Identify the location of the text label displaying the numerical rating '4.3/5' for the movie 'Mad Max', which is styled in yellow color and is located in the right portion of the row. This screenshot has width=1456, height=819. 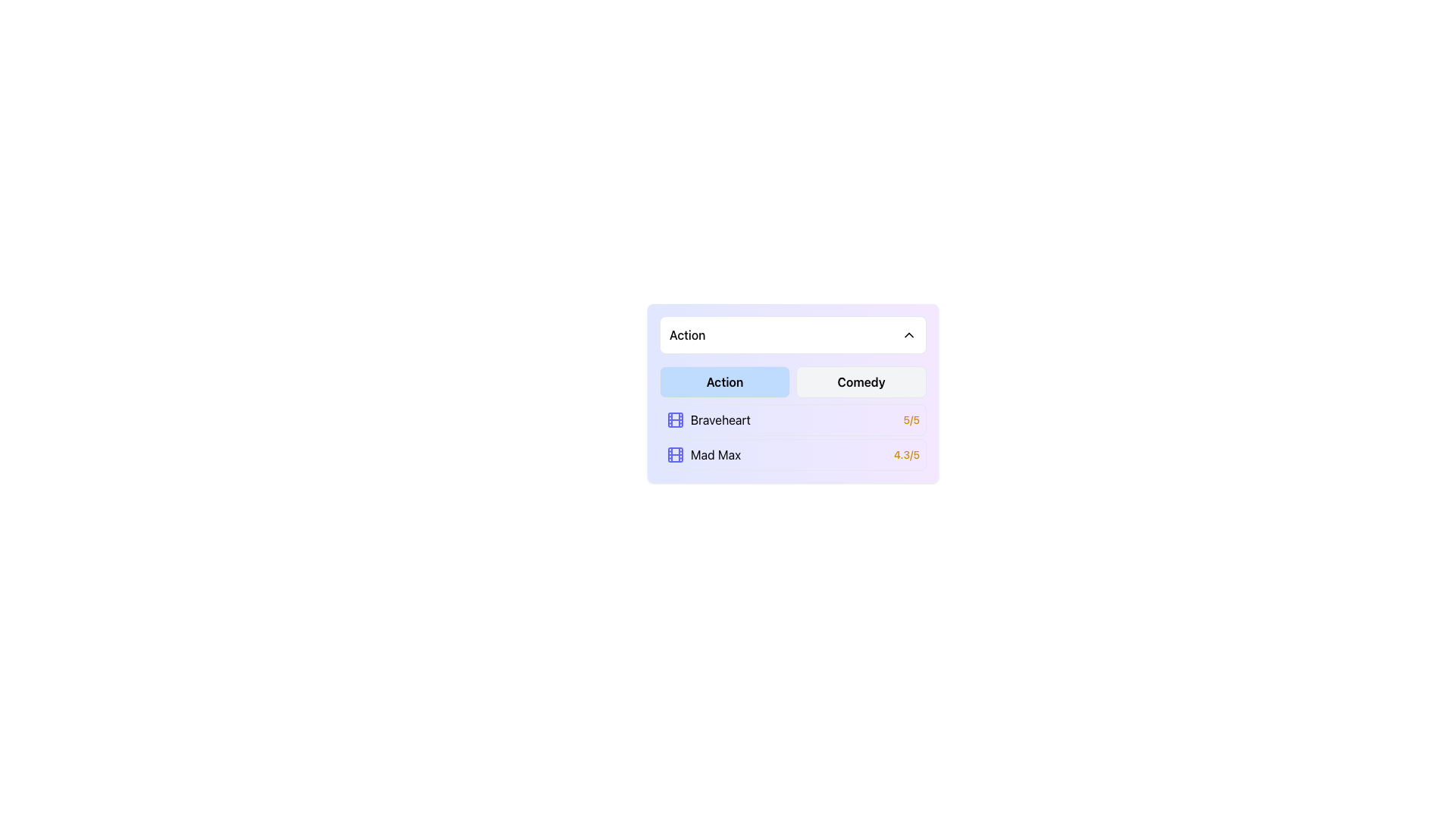
(906, 454).